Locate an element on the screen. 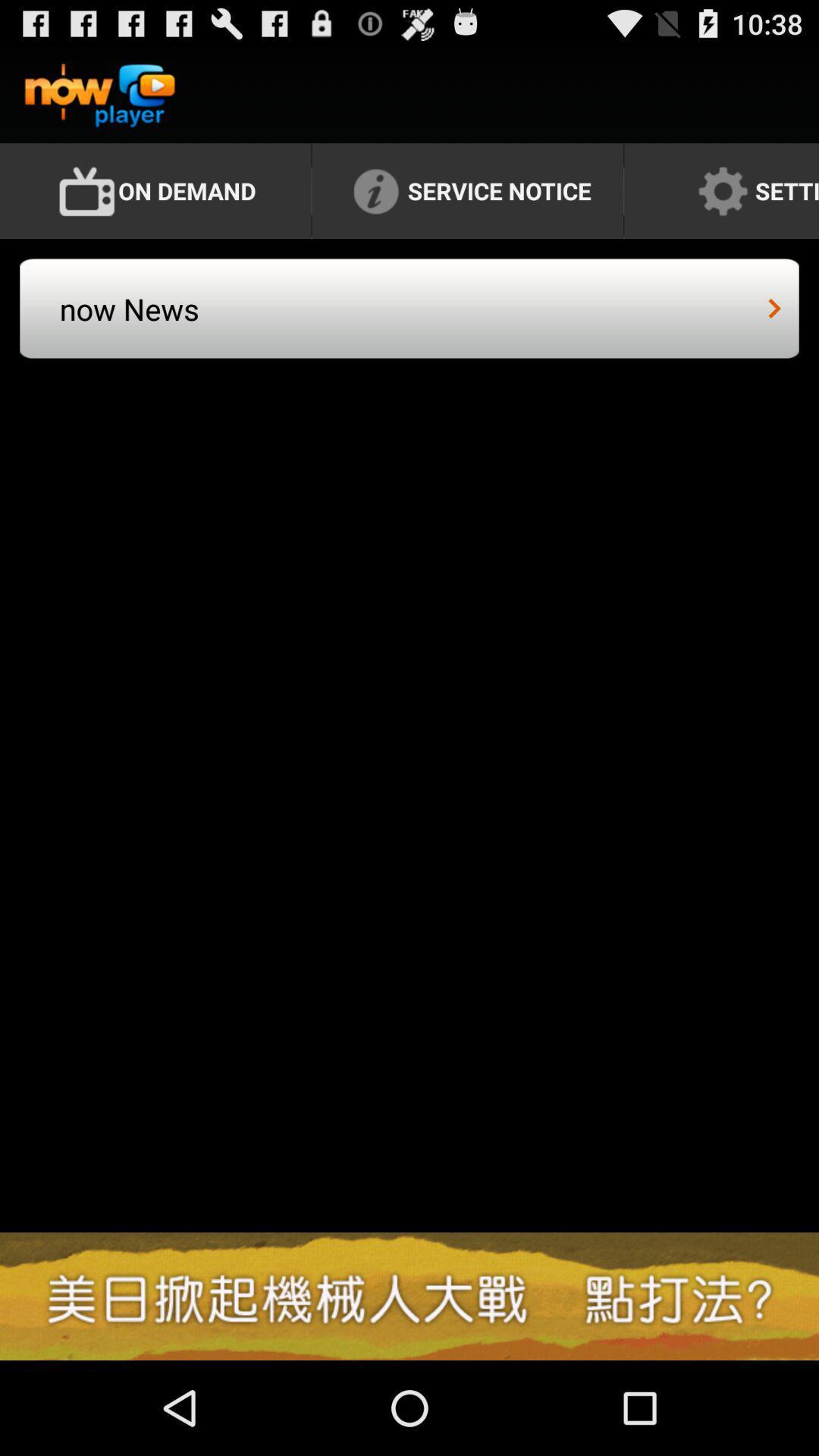 This screenshot has height=1456, width=819. the now news app is located at coordinates (236, 322).